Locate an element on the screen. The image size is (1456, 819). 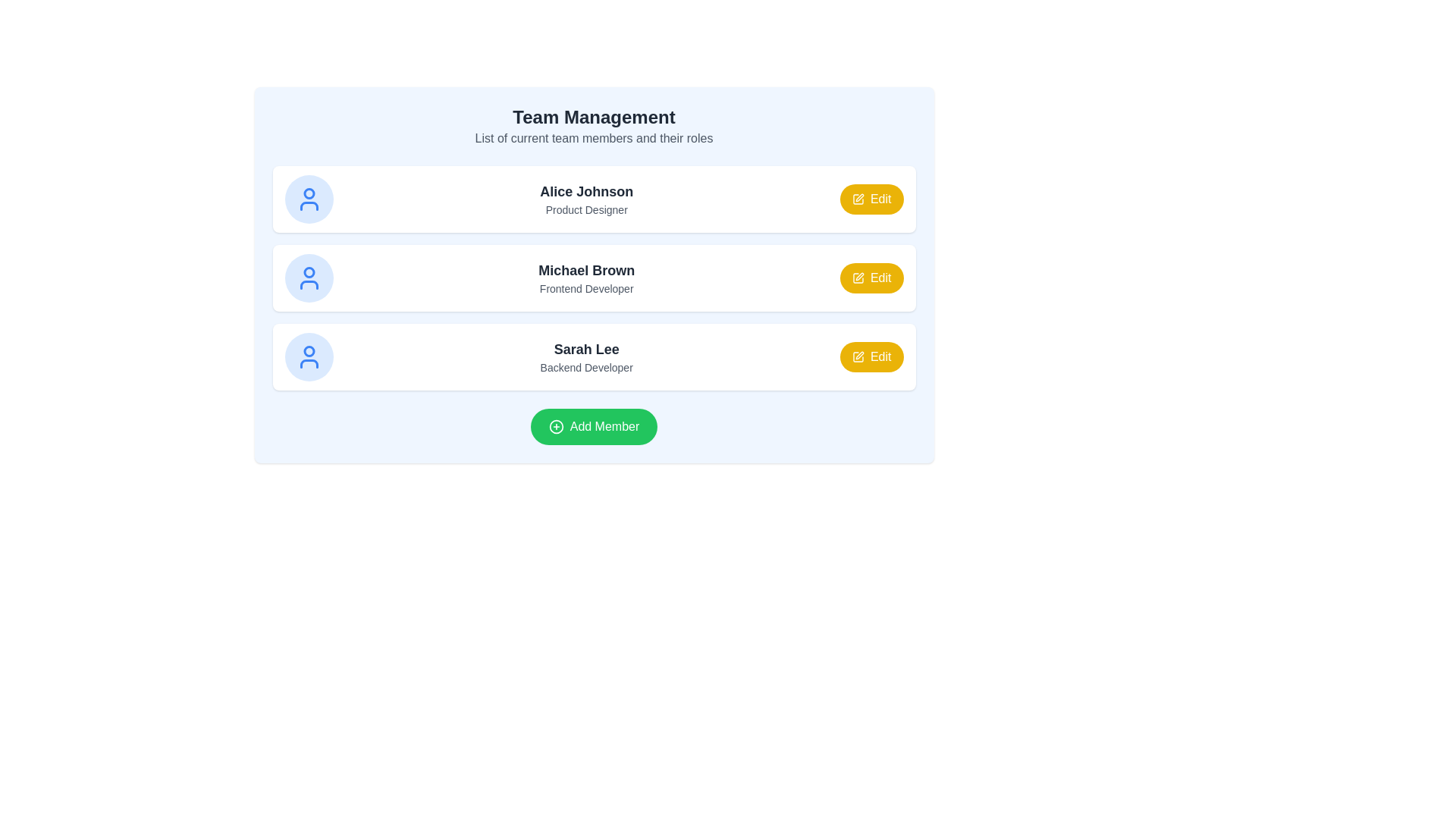
the SVG Icon indicating the 'Edit' button for 'Alice Johnson, Product Designer' located in the topmost list item under 'Team Management' is located at coordinates (858, 198).